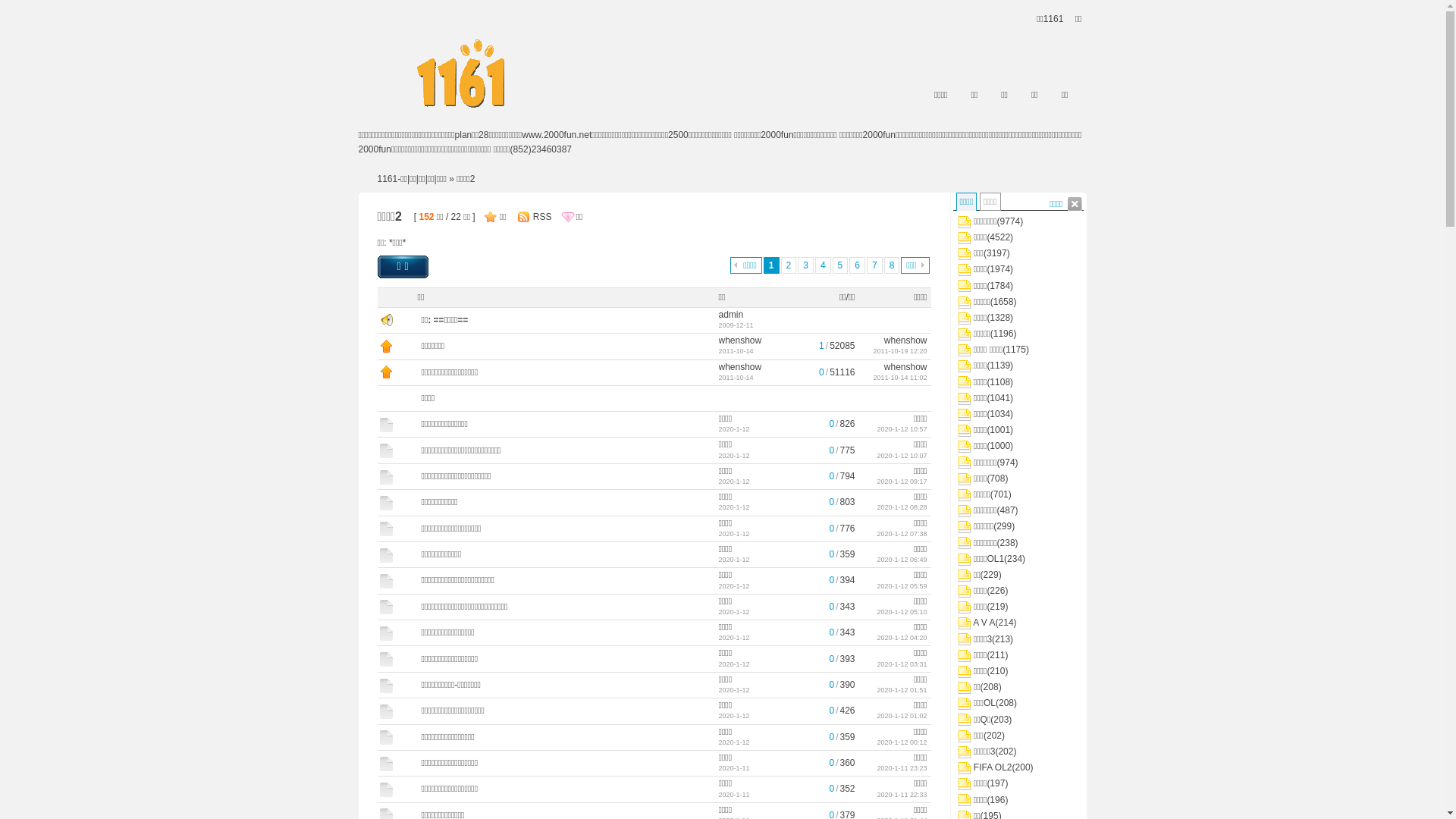  What do you see at coordinates (902, 429) in the screenshot?
I see `'2020-1-12 10:57'` at bounding box center [902, 429].